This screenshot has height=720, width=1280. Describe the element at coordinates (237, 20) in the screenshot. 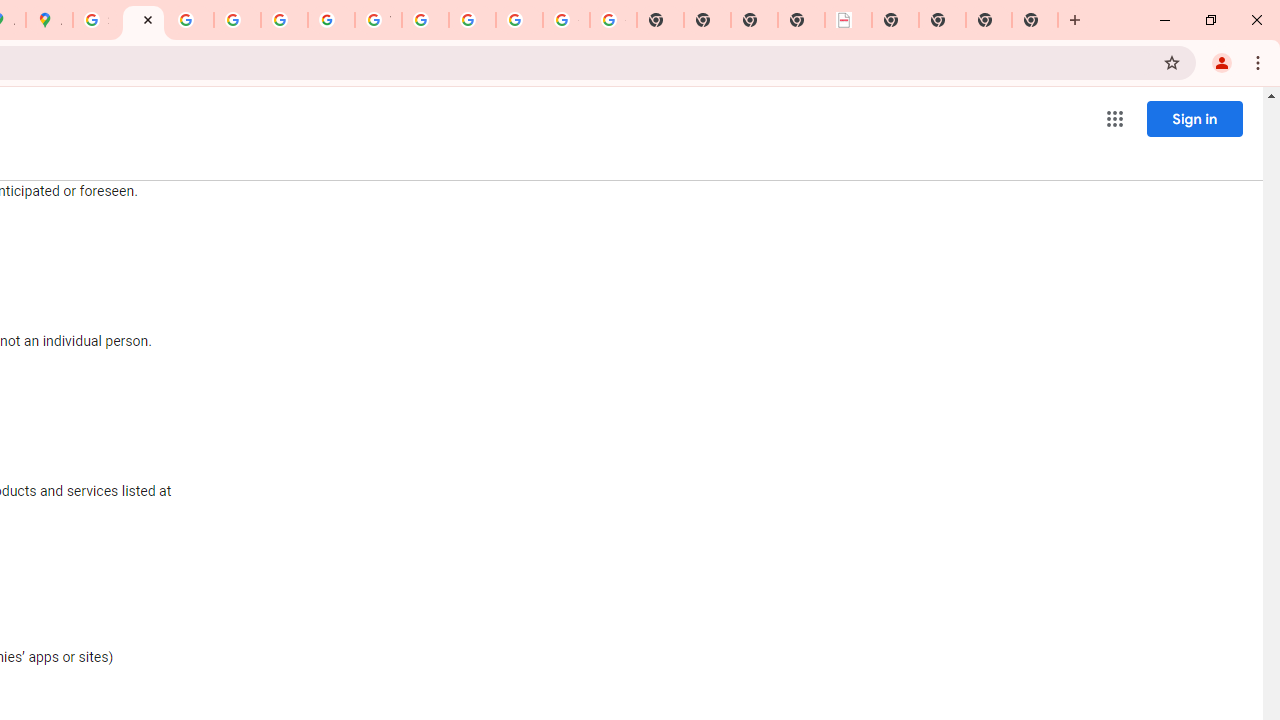

I see `'Privacy Help Center - Policies Help'` at that location.